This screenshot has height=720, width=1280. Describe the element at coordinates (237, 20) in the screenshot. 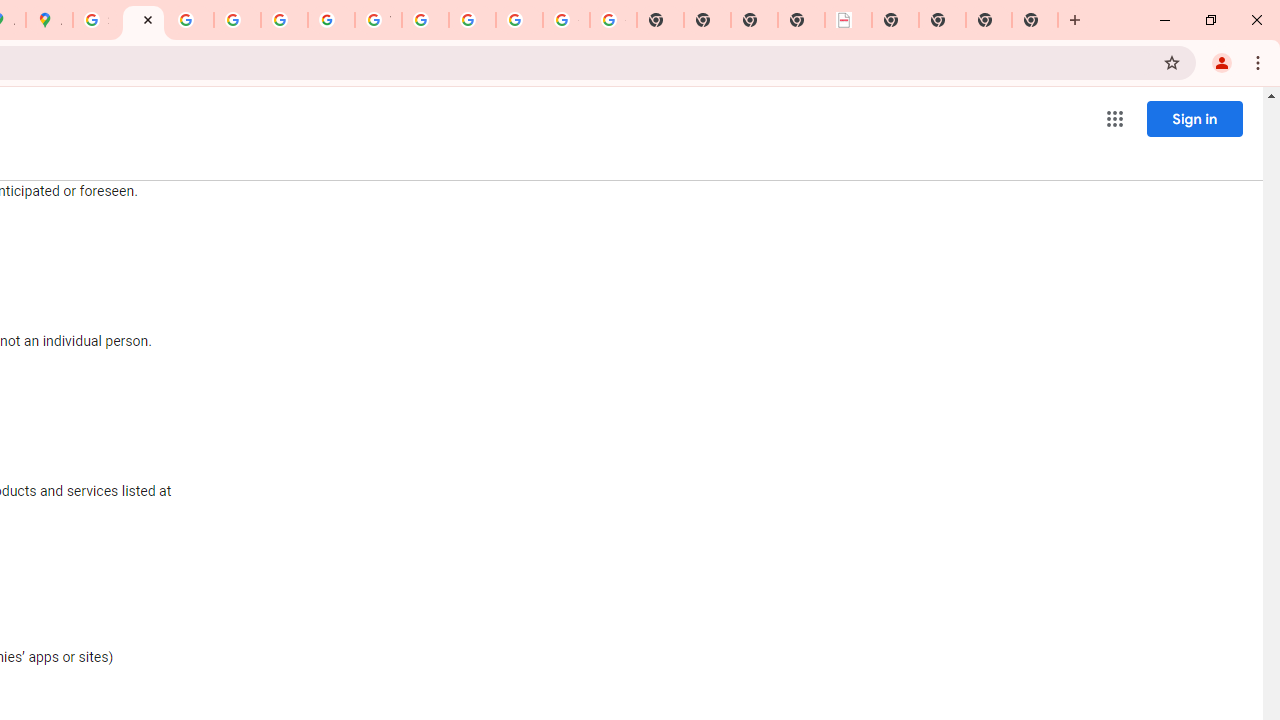

I see `'Privacy Help Center - Policies Help'` at that location.